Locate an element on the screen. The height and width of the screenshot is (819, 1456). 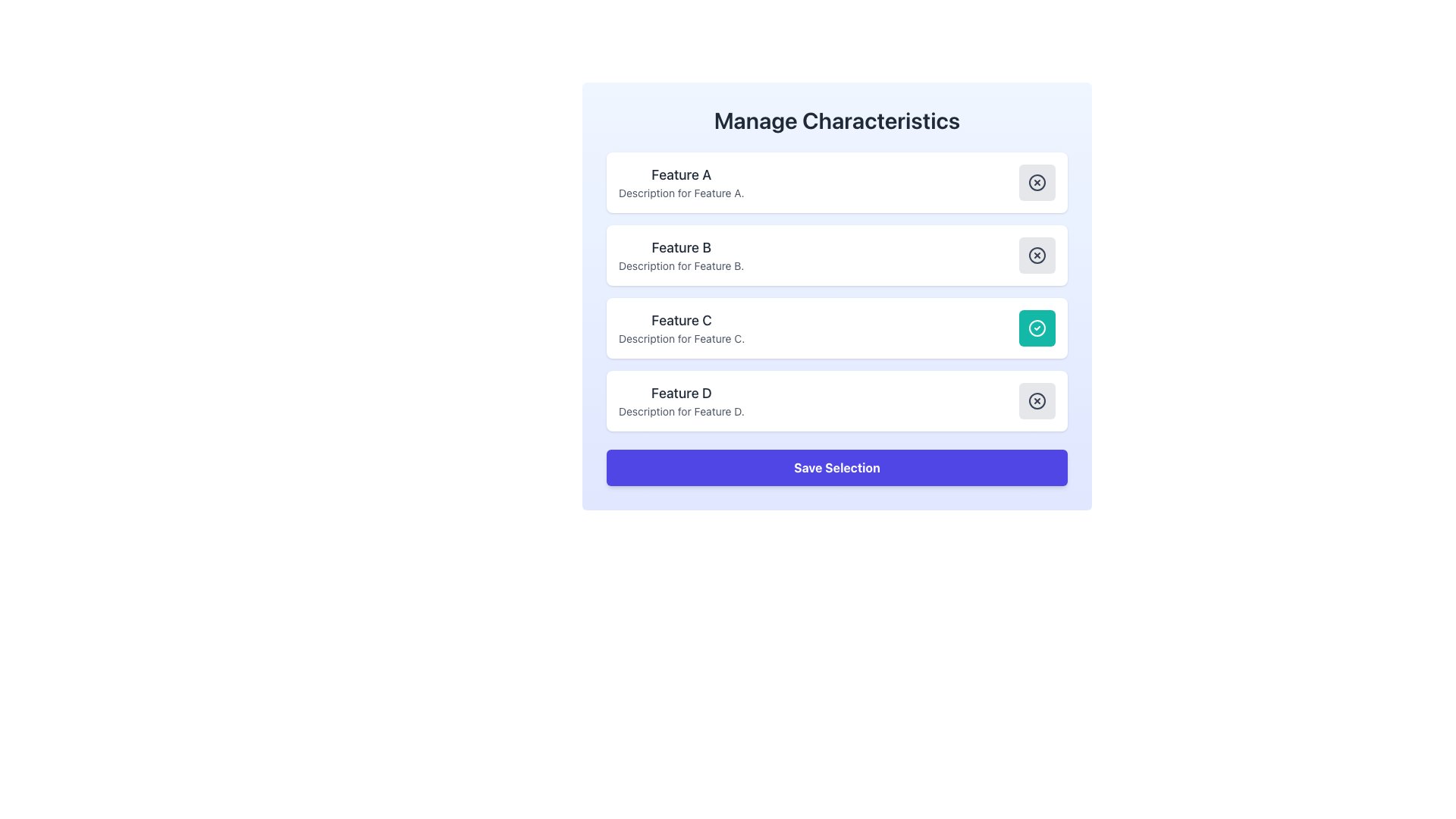
the selectable row containing 'Feature B' and its description for context menu options is located at coordinates (836, 254).